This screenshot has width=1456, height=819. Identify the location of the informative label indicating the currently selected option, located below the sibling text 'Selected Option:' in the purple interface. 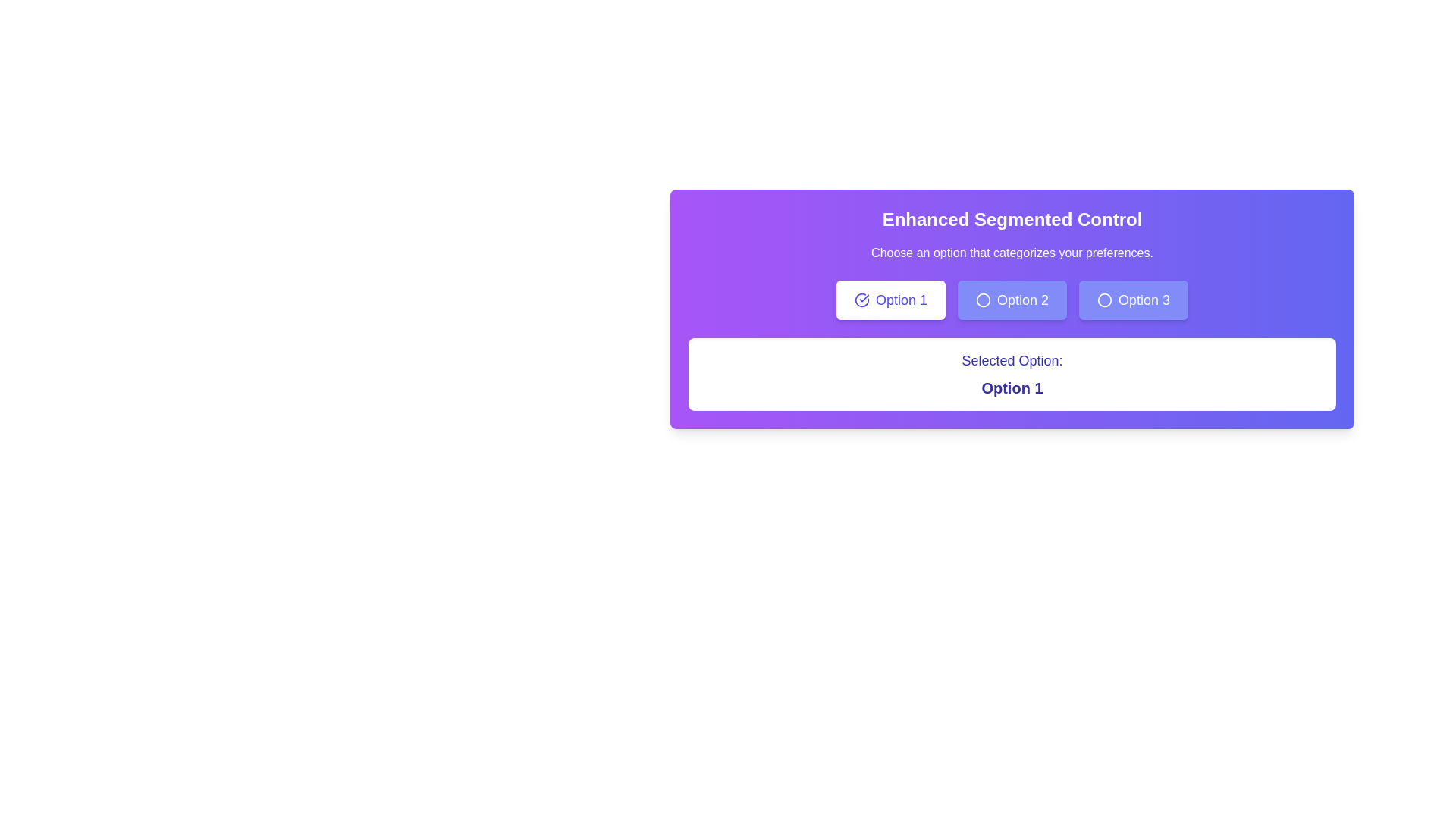
(1012, 388).